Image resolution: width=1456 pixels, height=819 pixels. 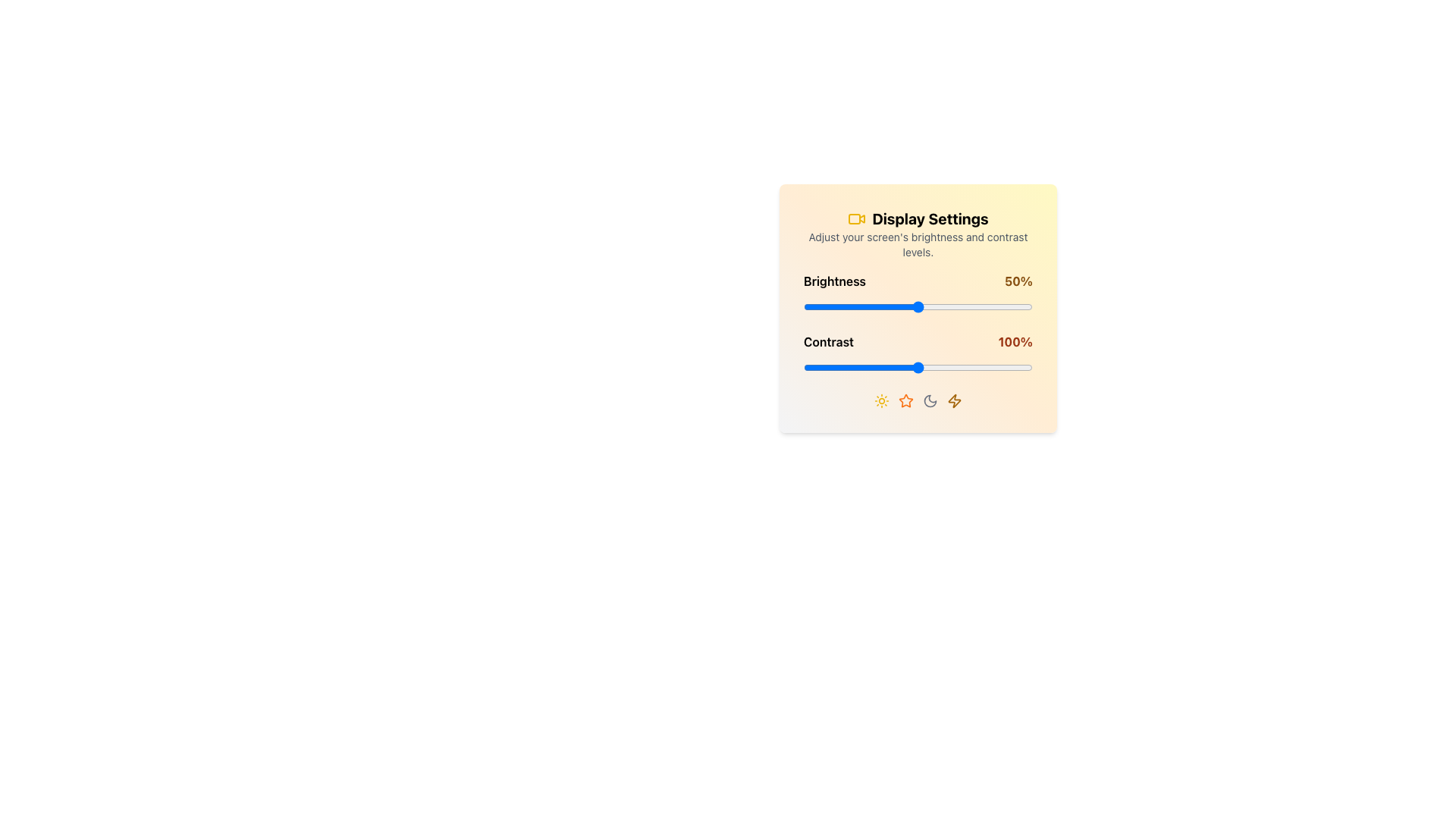 I want to click on brightness, so click(x=993, y=307).